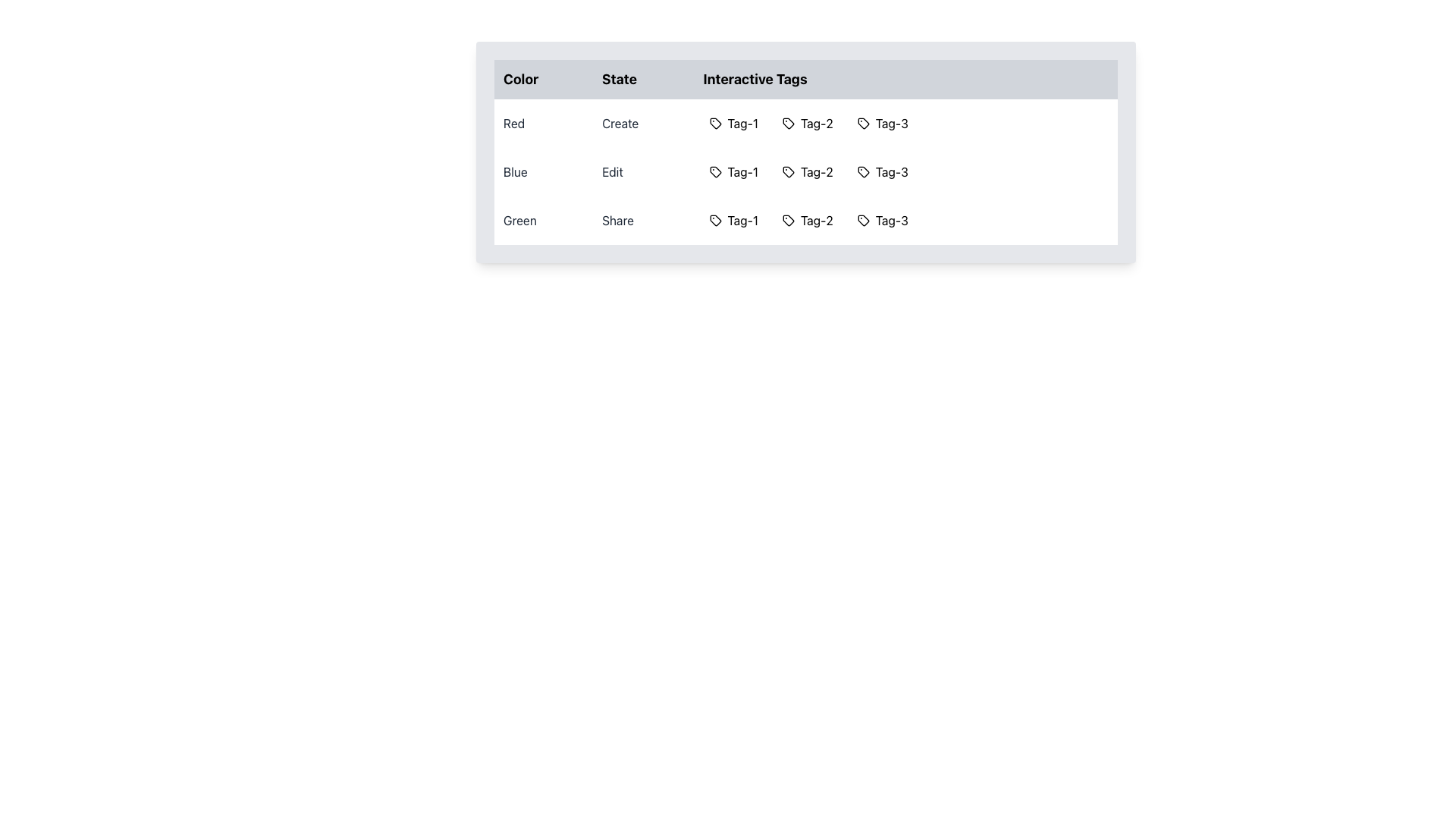 The height and width of the screenshot is (819, 1456). Describe the element at coordinates (863, 171) in the screenshot. I see `the vector icon resembling a tag in the 'Interactive Tags' column of the 'Edit' row, which is the third tag in this row` at that location.